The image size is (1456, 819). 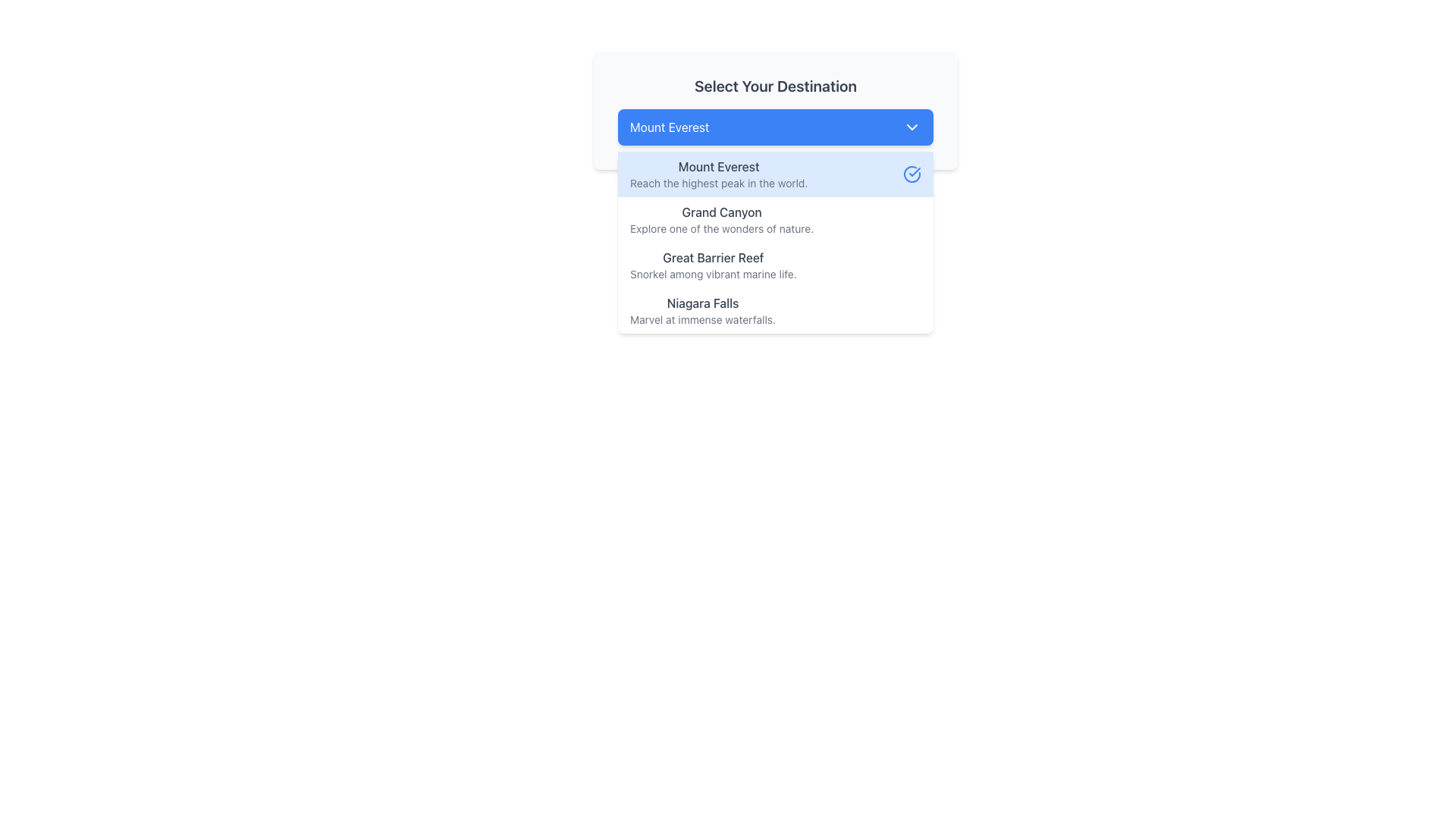 I want to click on the blue dropdown button labeled 'Mount Everest' below the title 'Select Your Destination', so click(x=775, y=110).